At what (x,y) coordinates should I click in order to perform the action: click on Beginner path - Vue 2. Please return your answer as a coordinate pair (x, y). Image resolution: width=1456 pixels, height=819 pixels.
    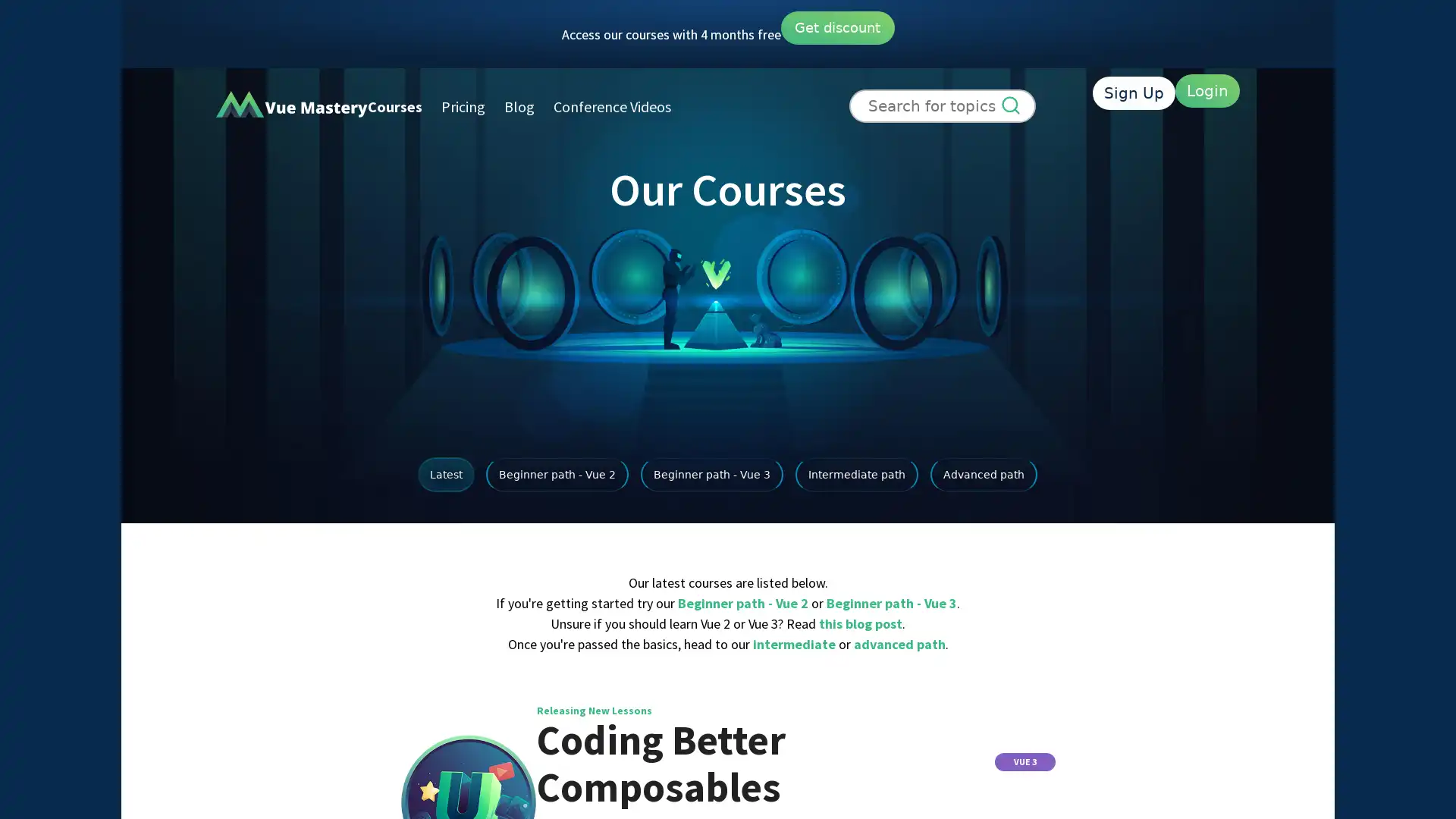
    Looking at the image, I should click on (501, 473).